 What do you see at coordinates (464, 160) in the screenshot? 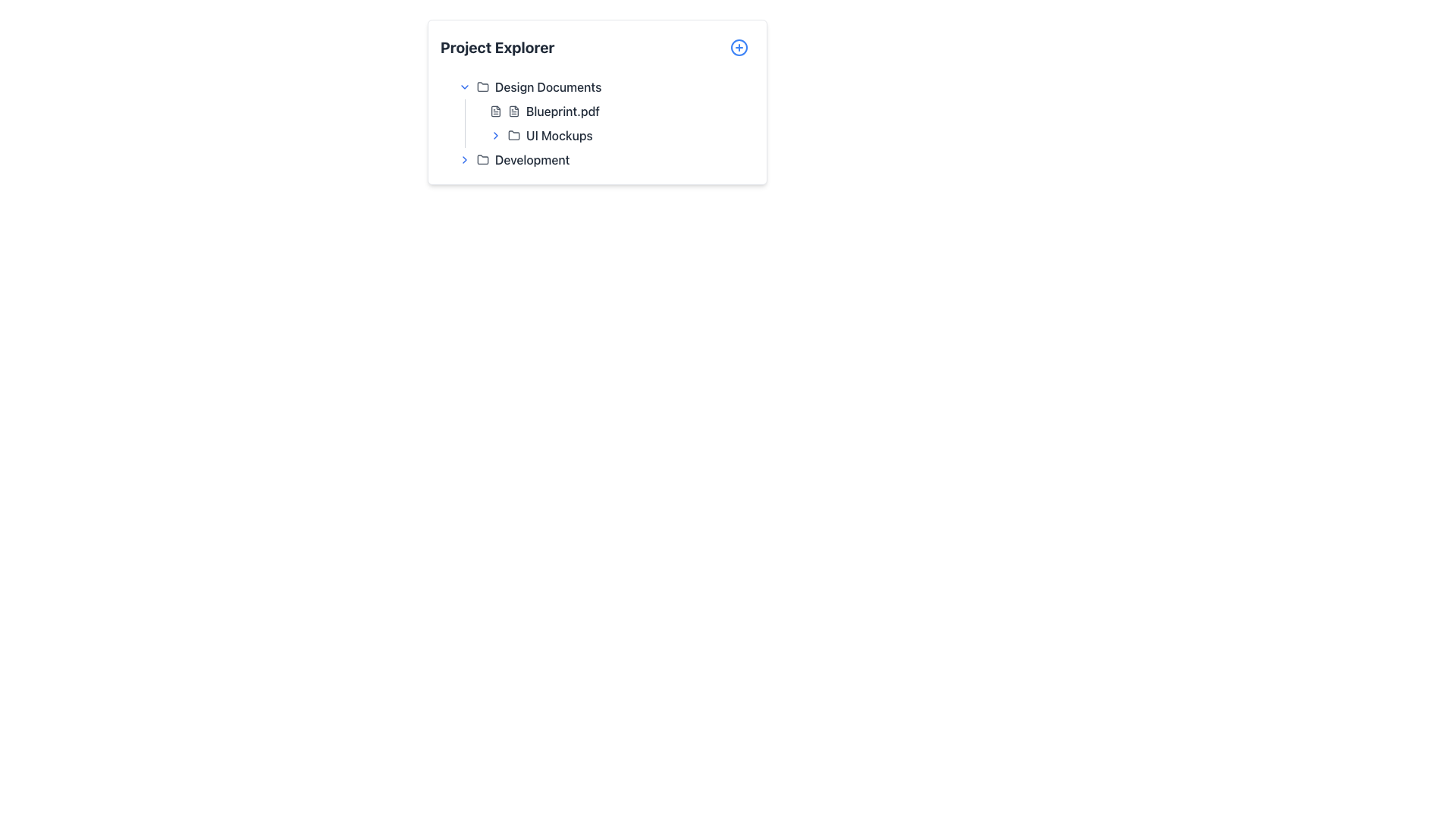
I see `the chevron icon` at bounding box center [464, 160].